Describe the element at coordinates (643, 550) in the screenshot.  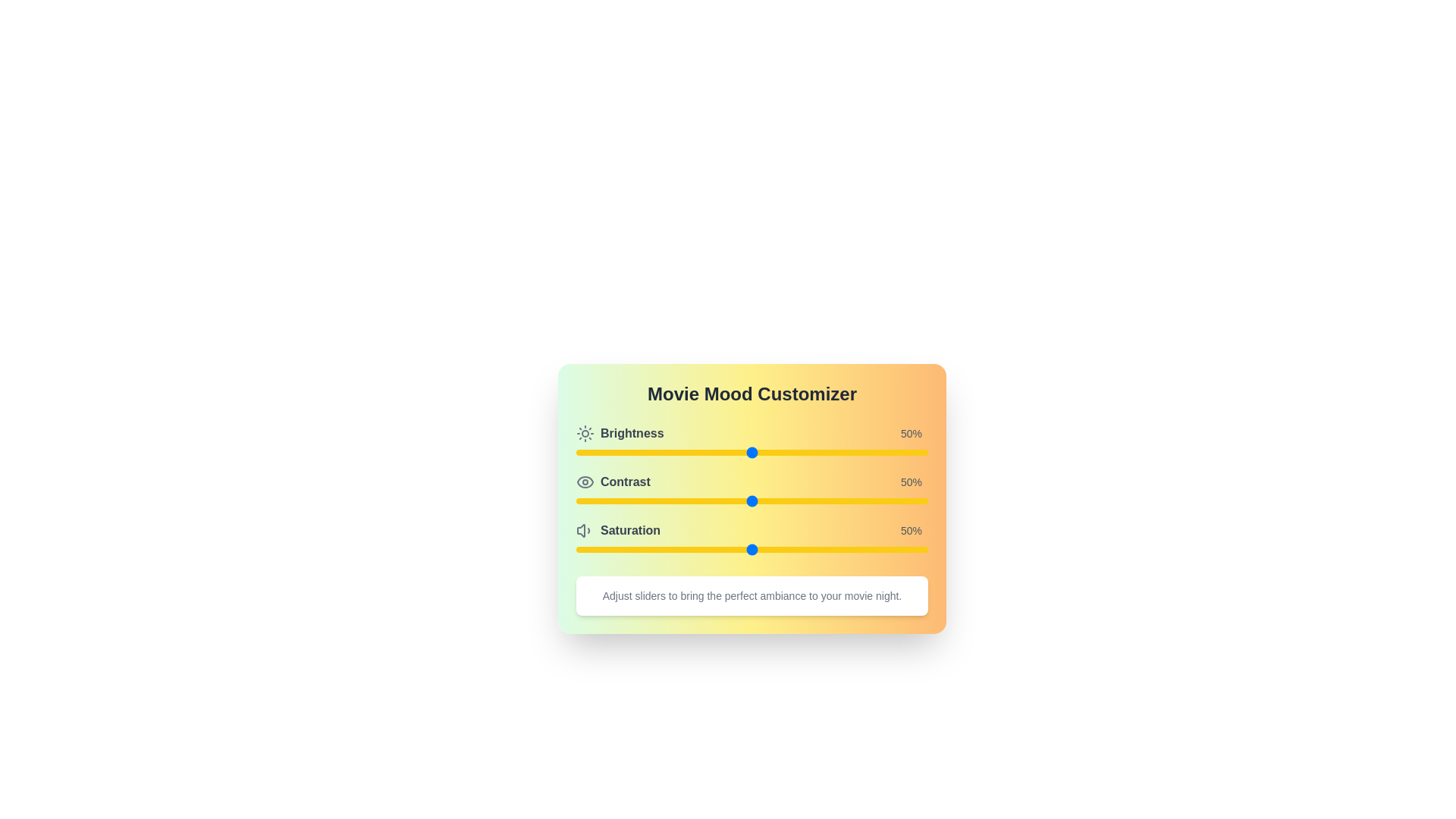
I see `the saturation level` at that location.